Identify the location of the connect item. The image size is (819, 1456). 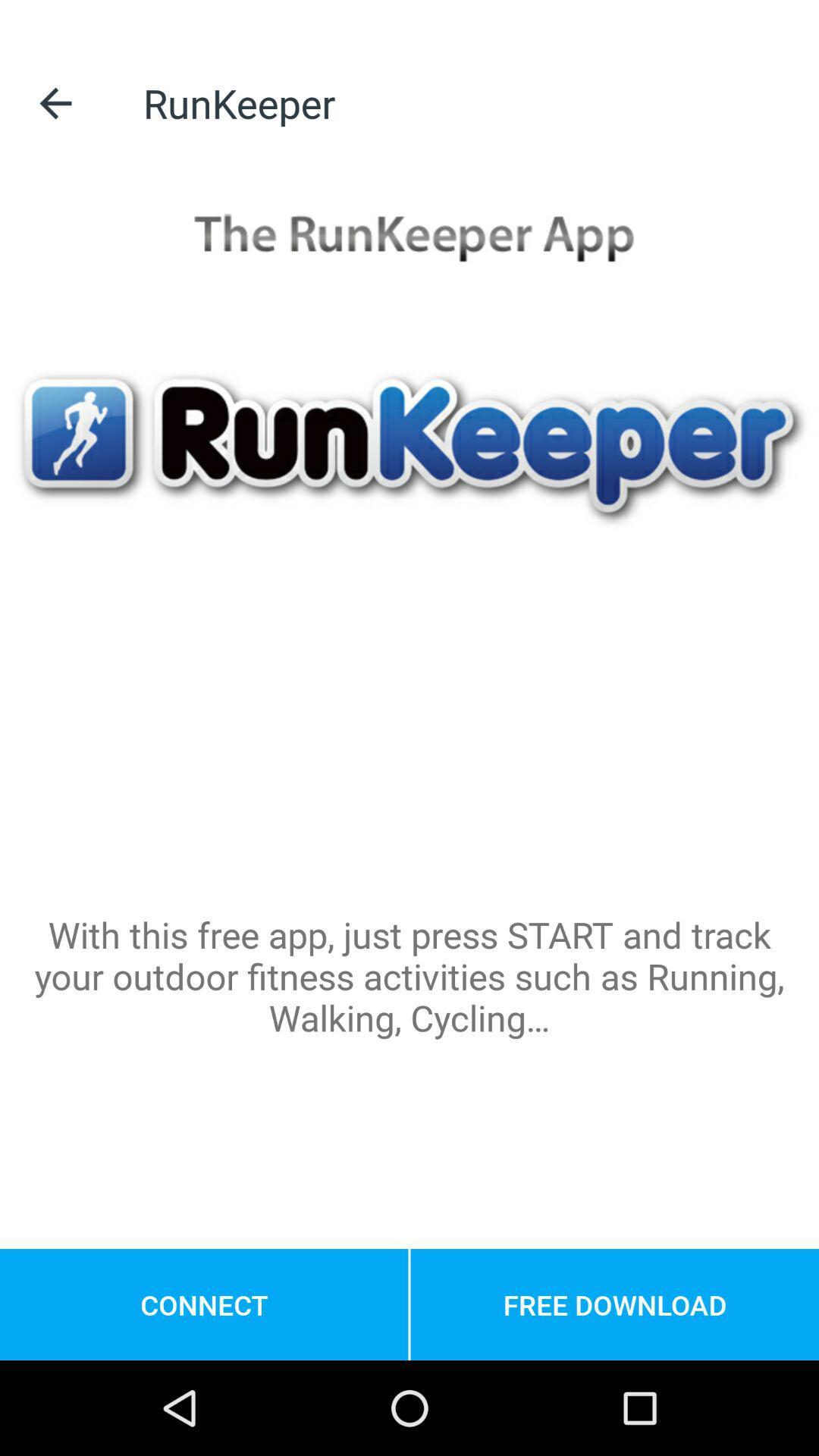
(203, 1304).